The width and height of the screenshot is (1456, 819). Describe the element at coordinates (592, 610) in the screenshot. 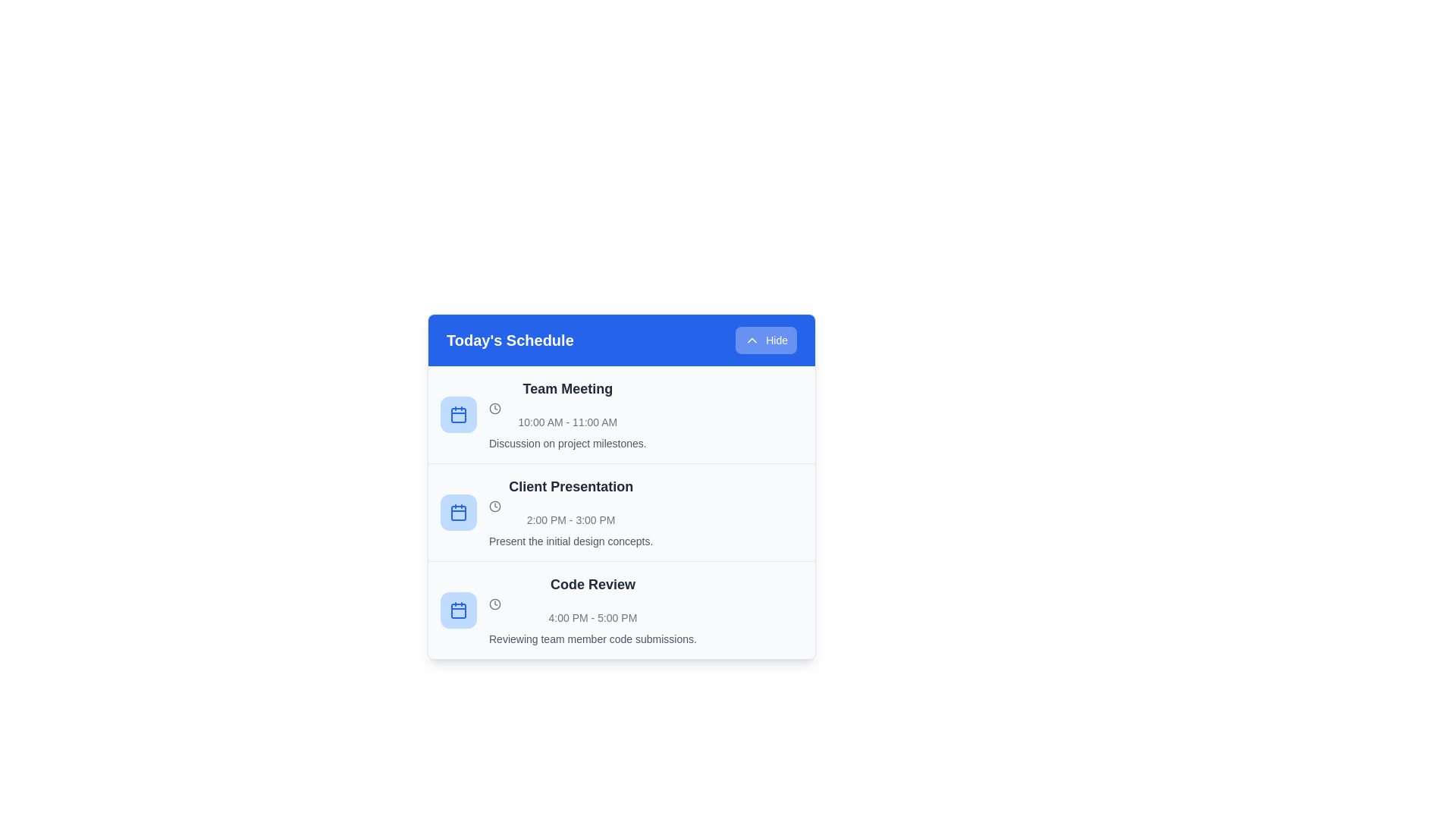

I see `text label displaying the scheduled time for the 'Code Review' session to understand the schedule timing` at that location.